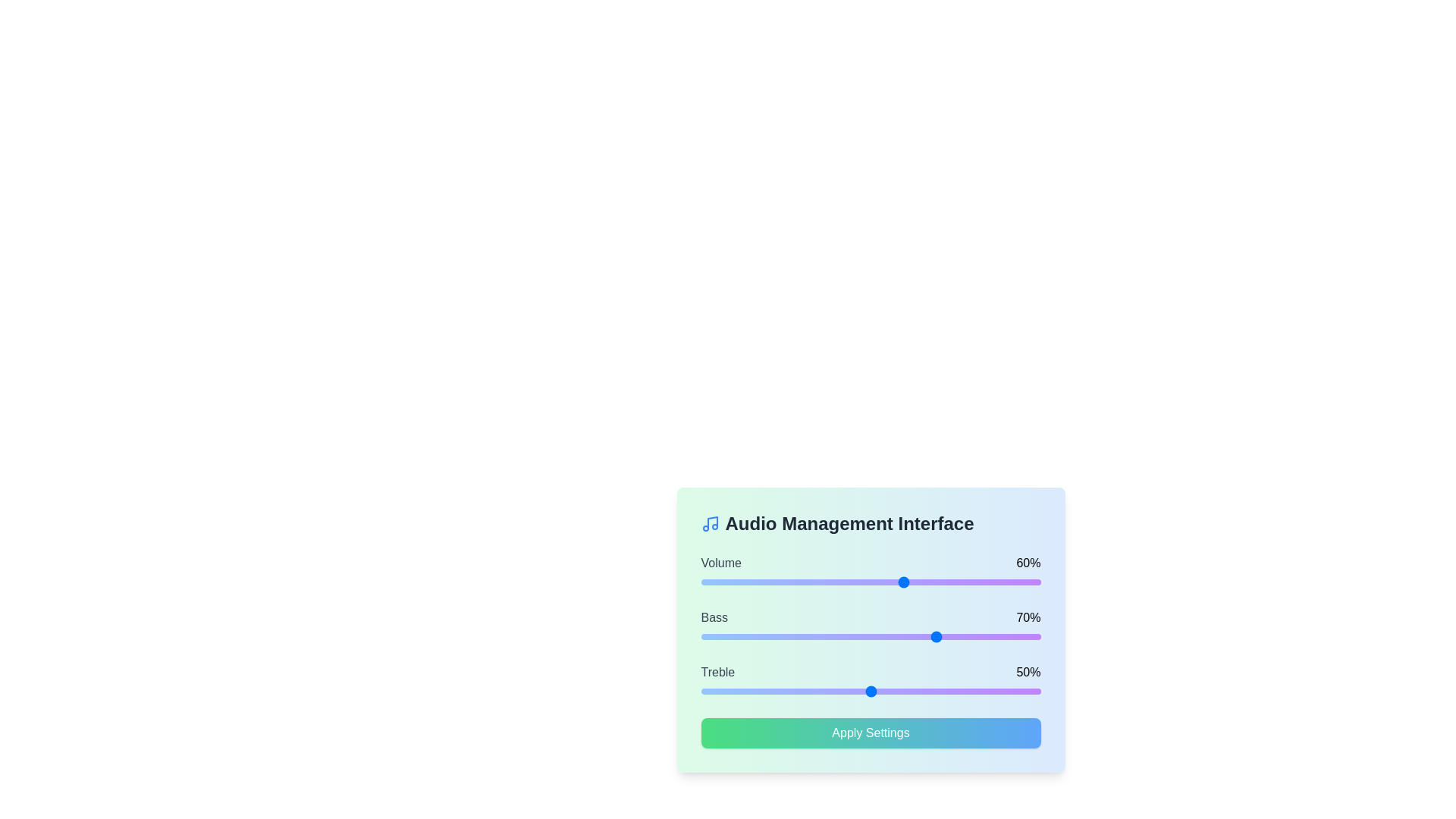  What do you see at coordinates (871, 626) in the screenshot?
I see `the percentage values` at bounding box center [871, 626].